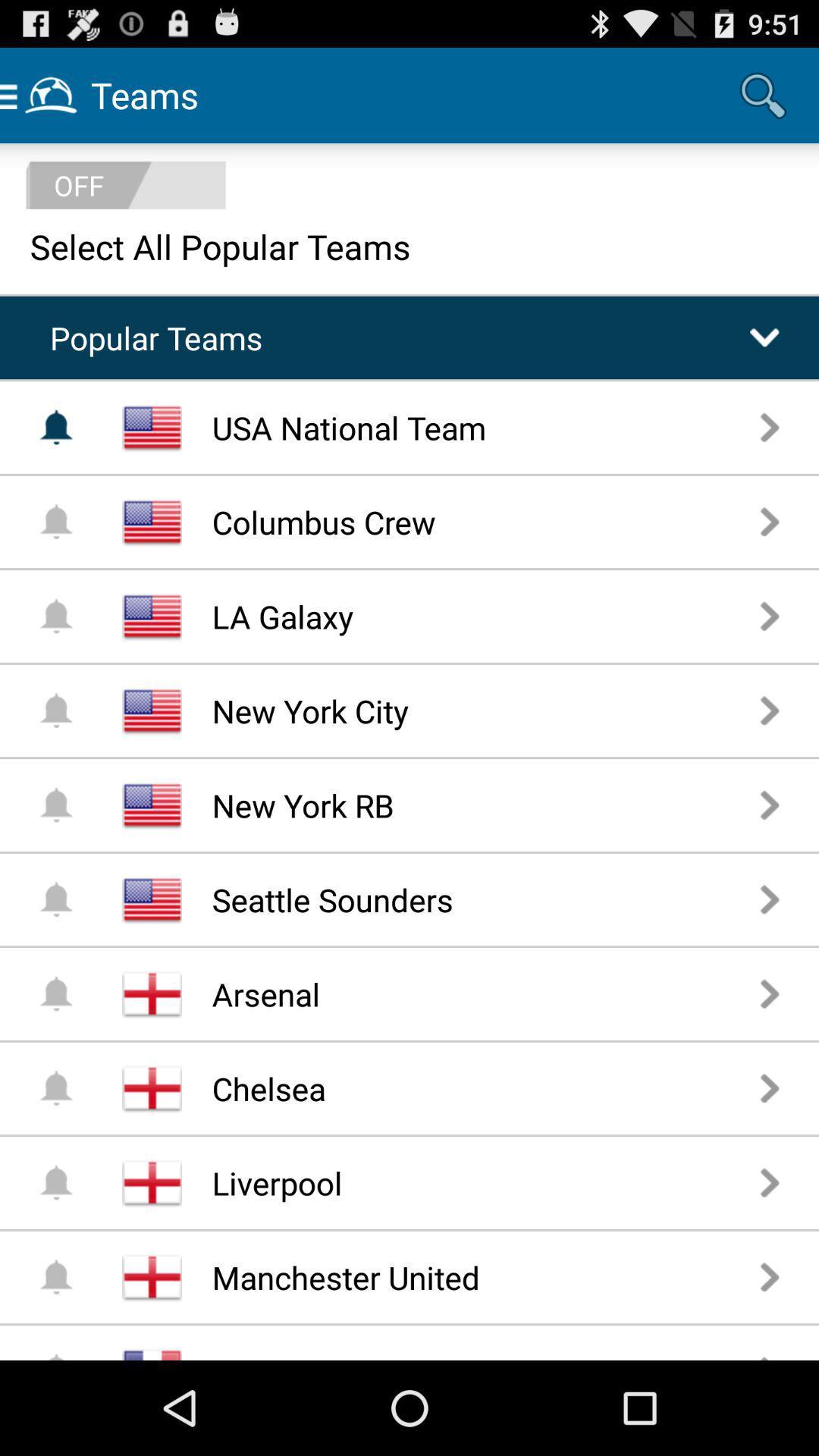 This screenshot has width=819, height=1456. I want to click on the next arrow button, so click(770, 1276).